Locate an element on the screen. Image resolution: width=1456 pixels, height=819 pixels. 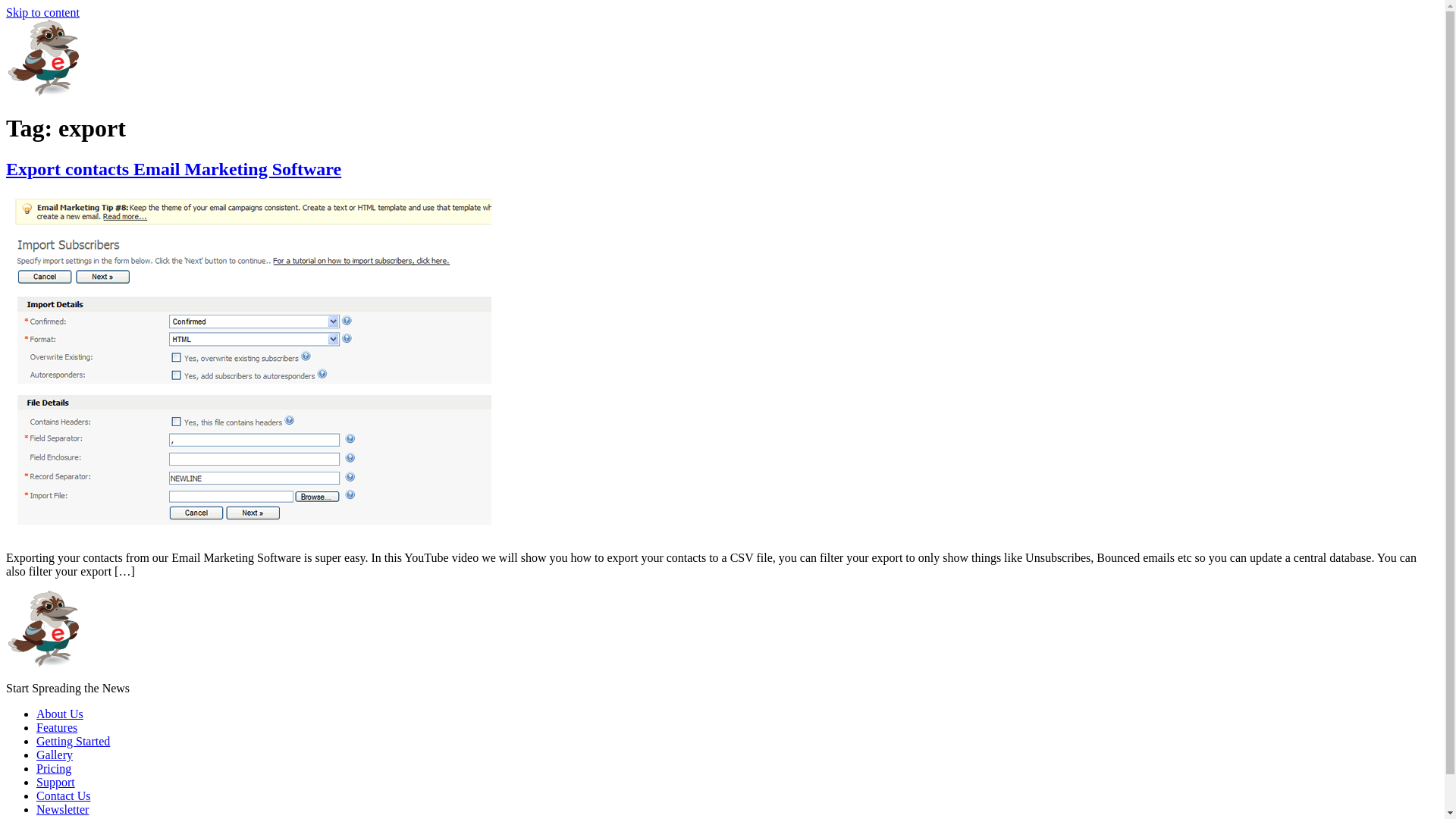
'Export contacts Email Marketing Software' is located at coordinates (6, 169).